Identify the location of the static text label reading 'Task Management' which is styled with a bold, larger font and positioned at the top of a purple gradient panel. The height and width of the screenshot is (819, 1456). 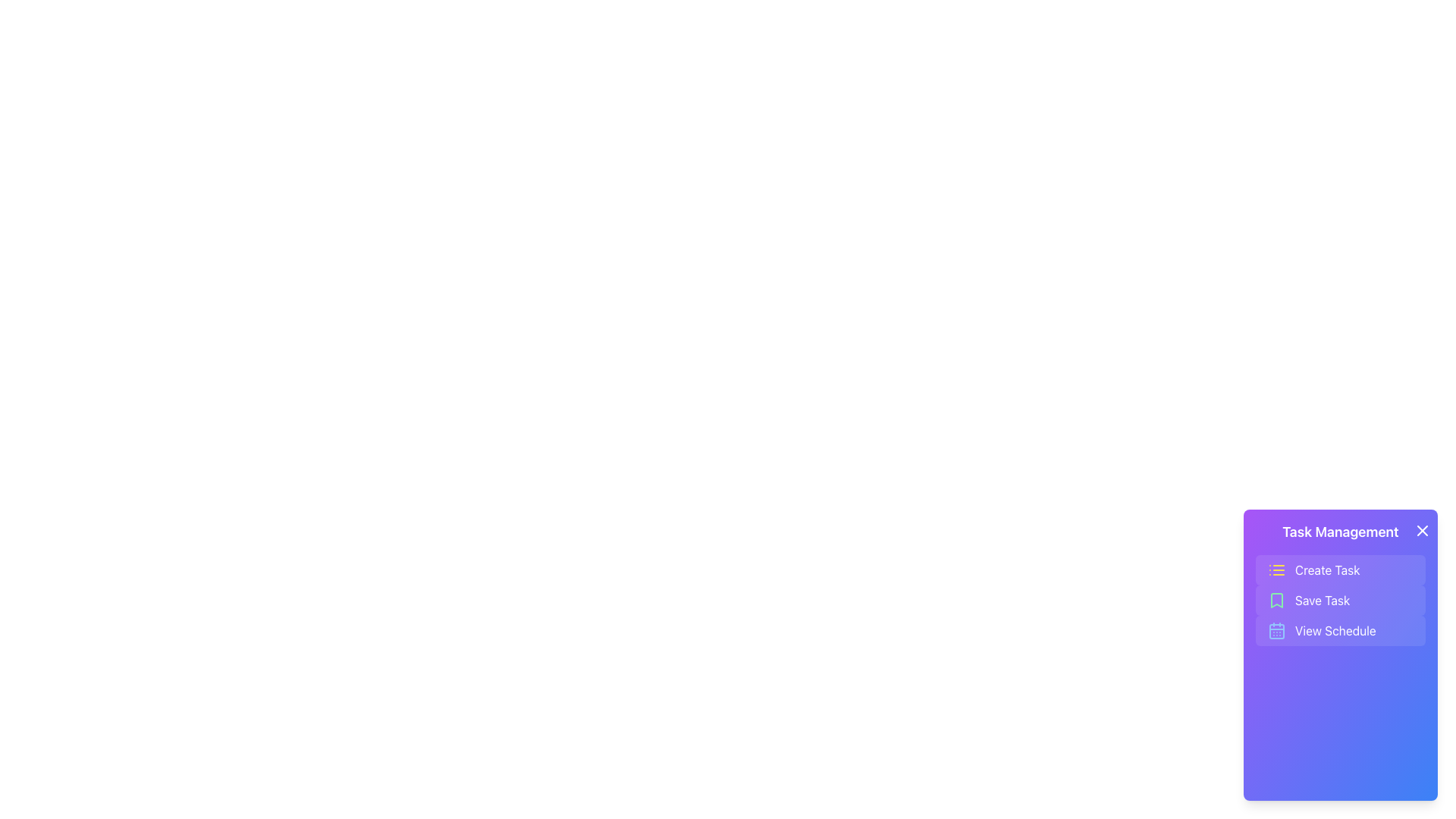
(1340, 532).